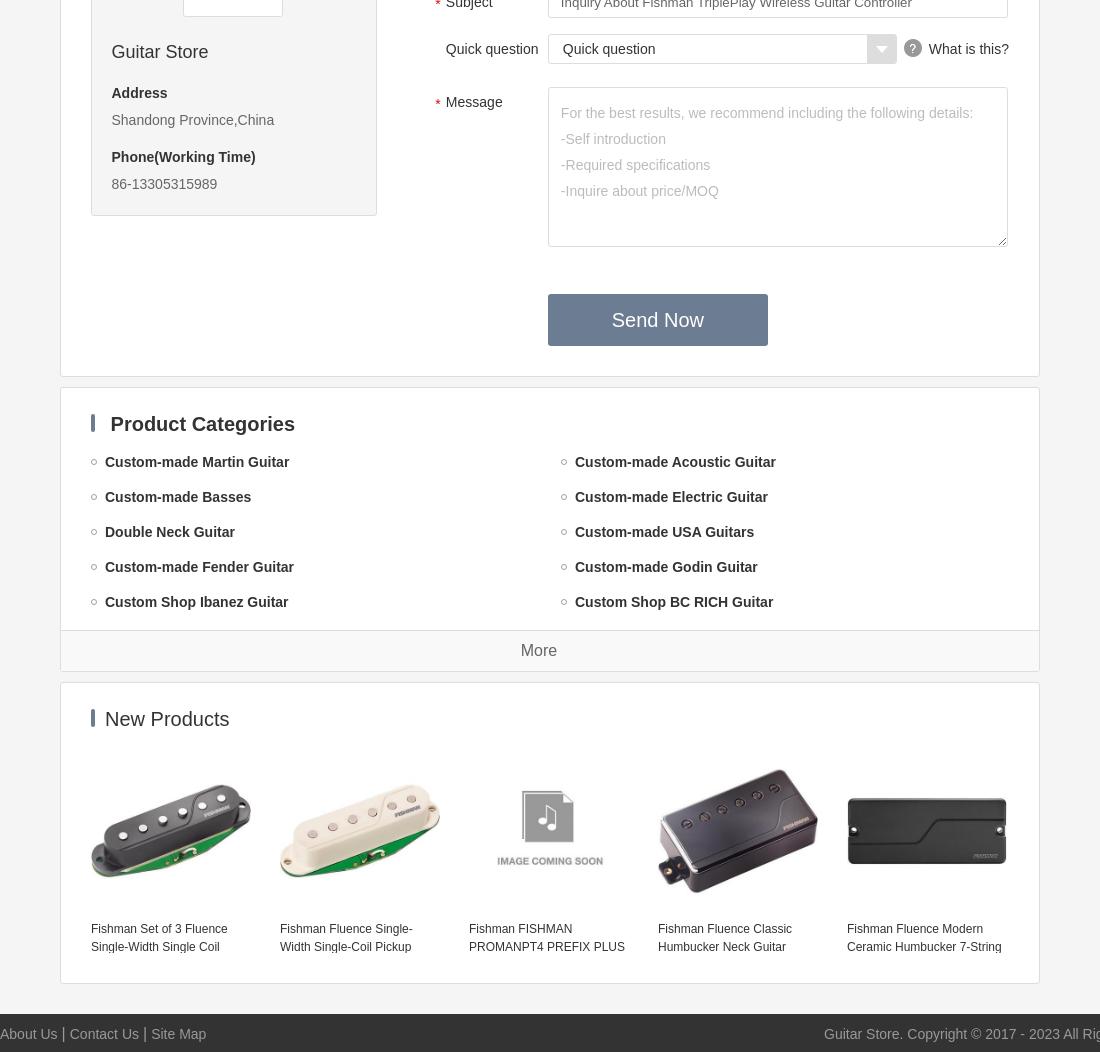 The image size is (1100, 1052). What do you see at coordinates (224, 917) in the screenshot?
I see `'Custom-made Black Machine Guitar'` at bounding box center [224, 917].